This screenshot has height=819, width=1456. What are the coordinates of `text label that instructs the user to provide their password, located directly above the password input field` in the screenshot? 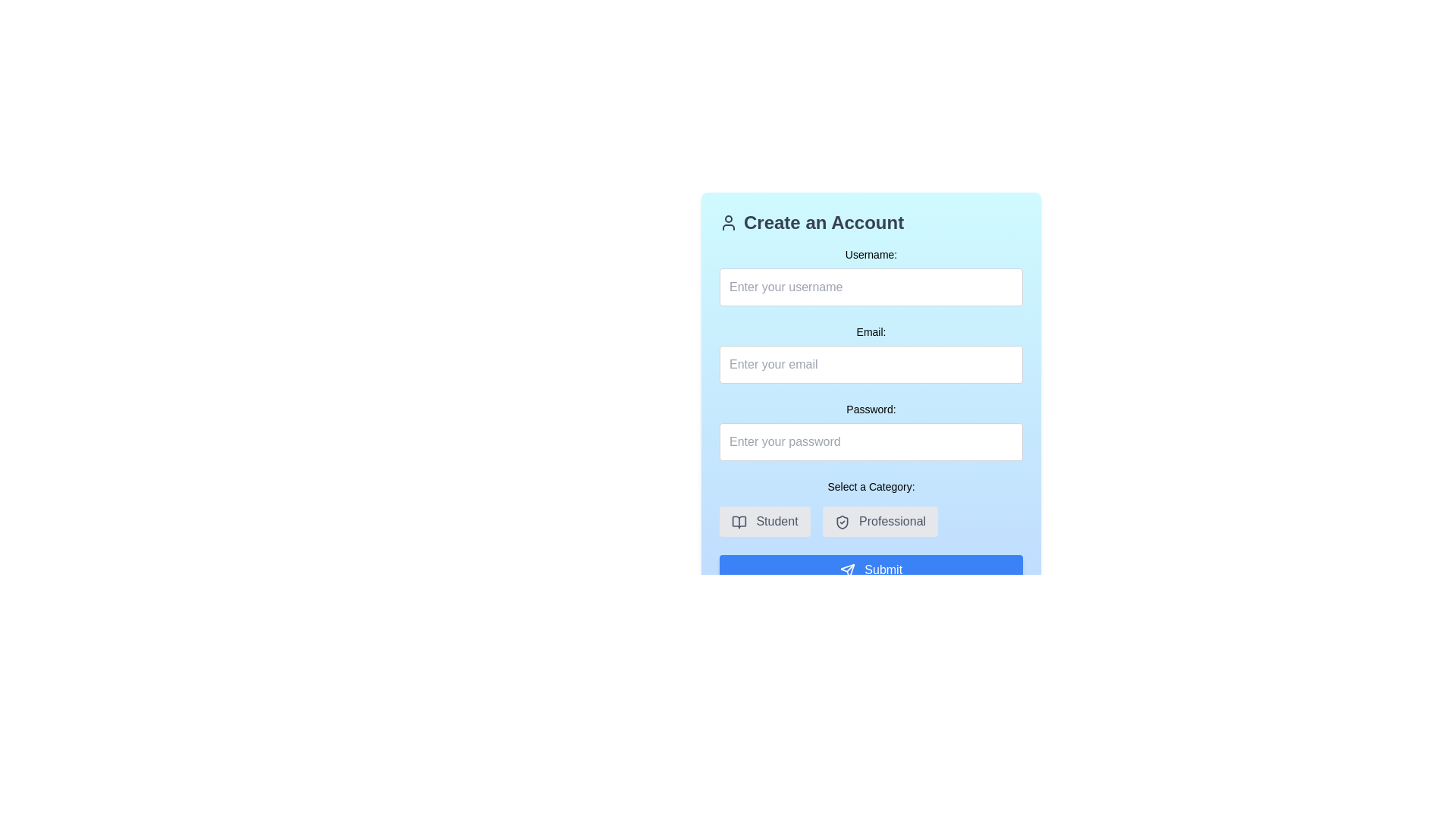 It's located at (871, 409).